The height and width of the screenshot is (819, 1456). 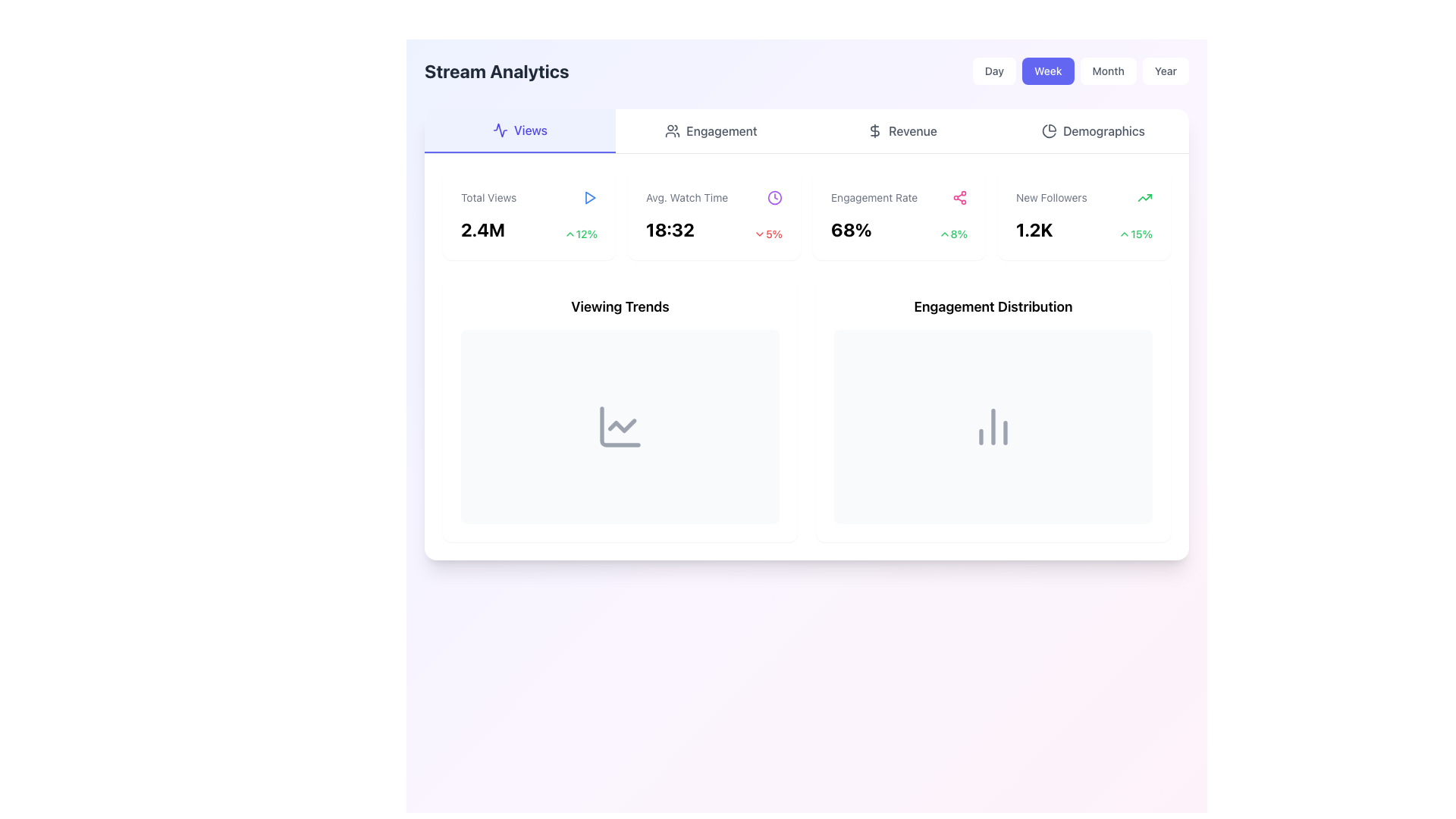 What do you see at coordinates (569, 234) in the screenshot?
I see `the trend represented by the upward chevron icon located to the left of the '12%' text, which indicates an increase in the metric value` at bounding box center [569, 234].